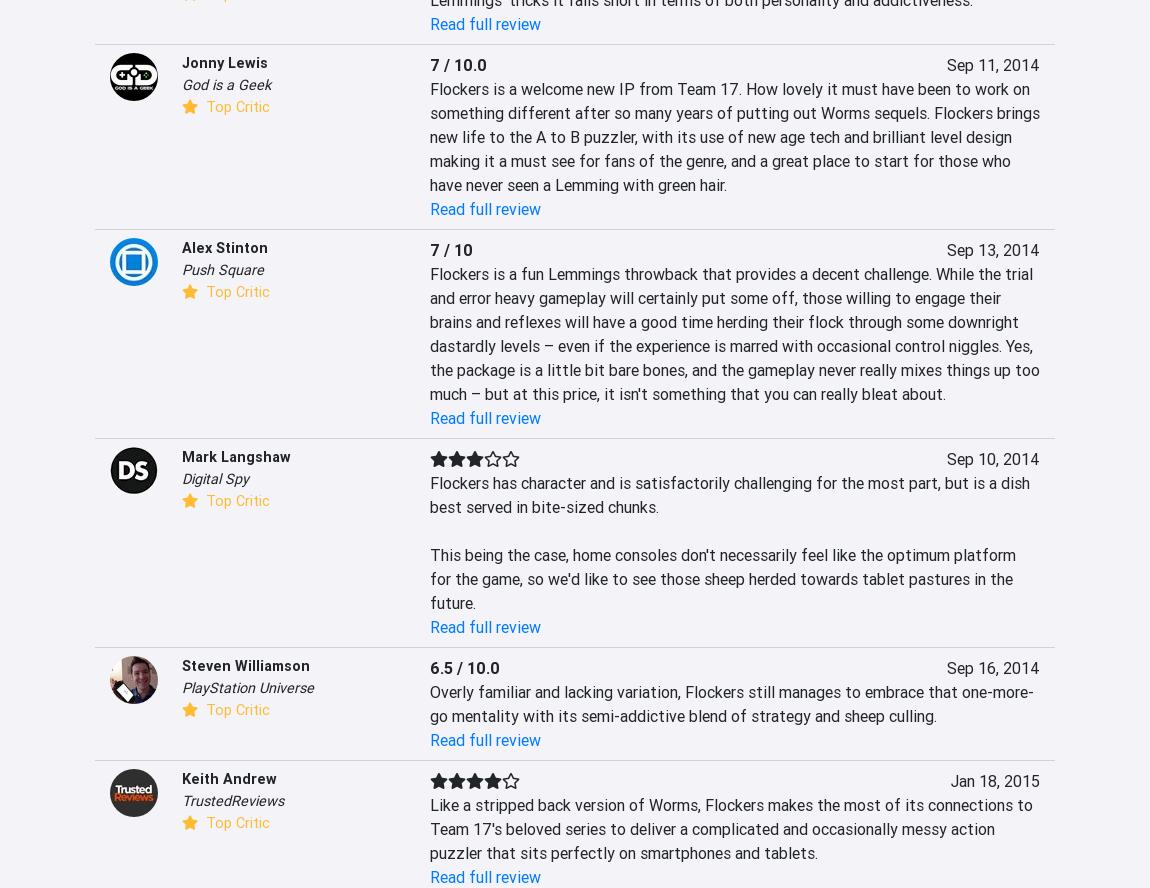 The height and width of the screenshot is (888, 1150). What do you see at coordinates (224, 248) in the screenshot?
I see `'Alex Stinton'` at bounding box center [224, 248].